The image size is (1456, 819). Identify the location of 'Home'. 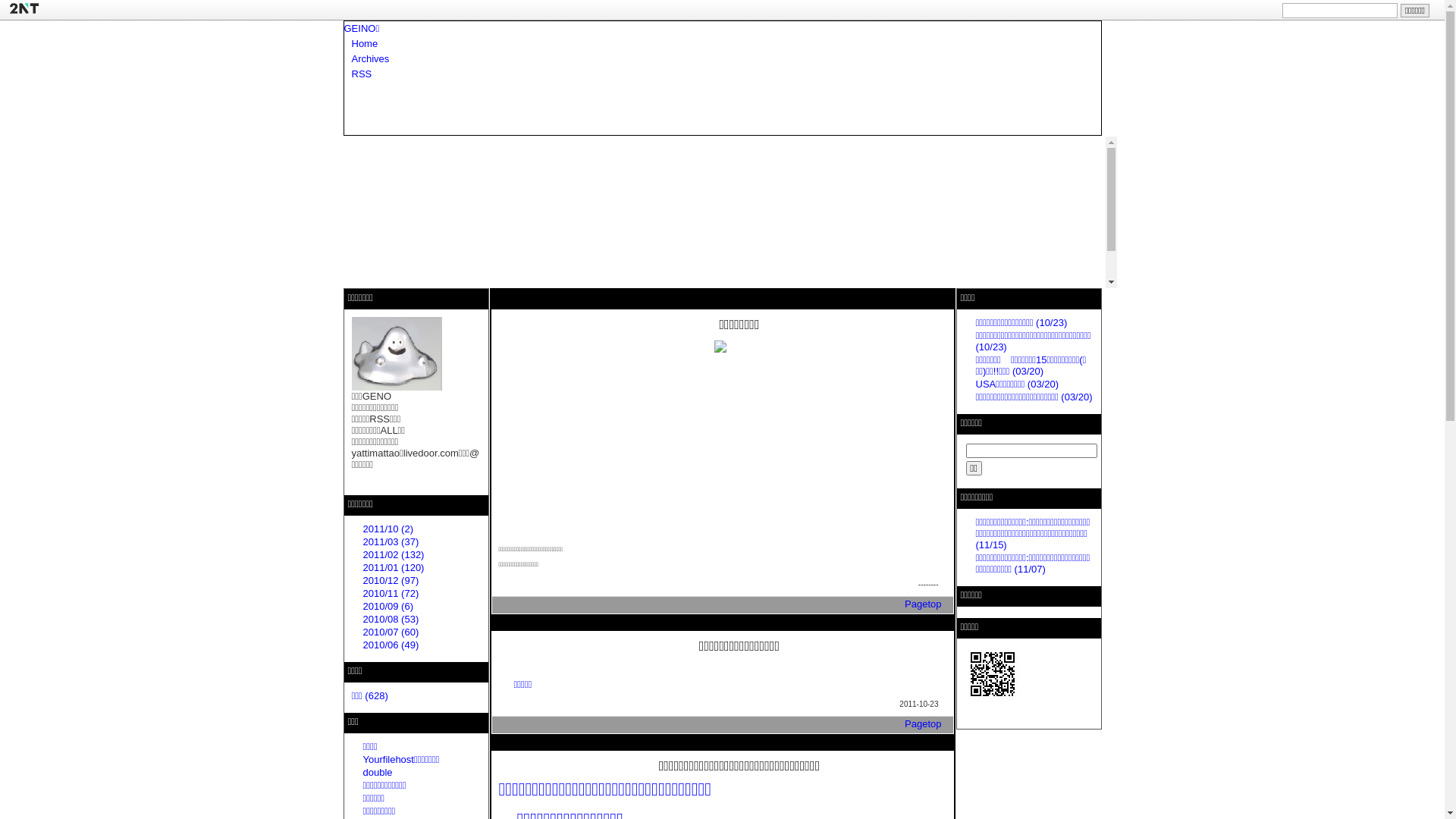
(365, 42).